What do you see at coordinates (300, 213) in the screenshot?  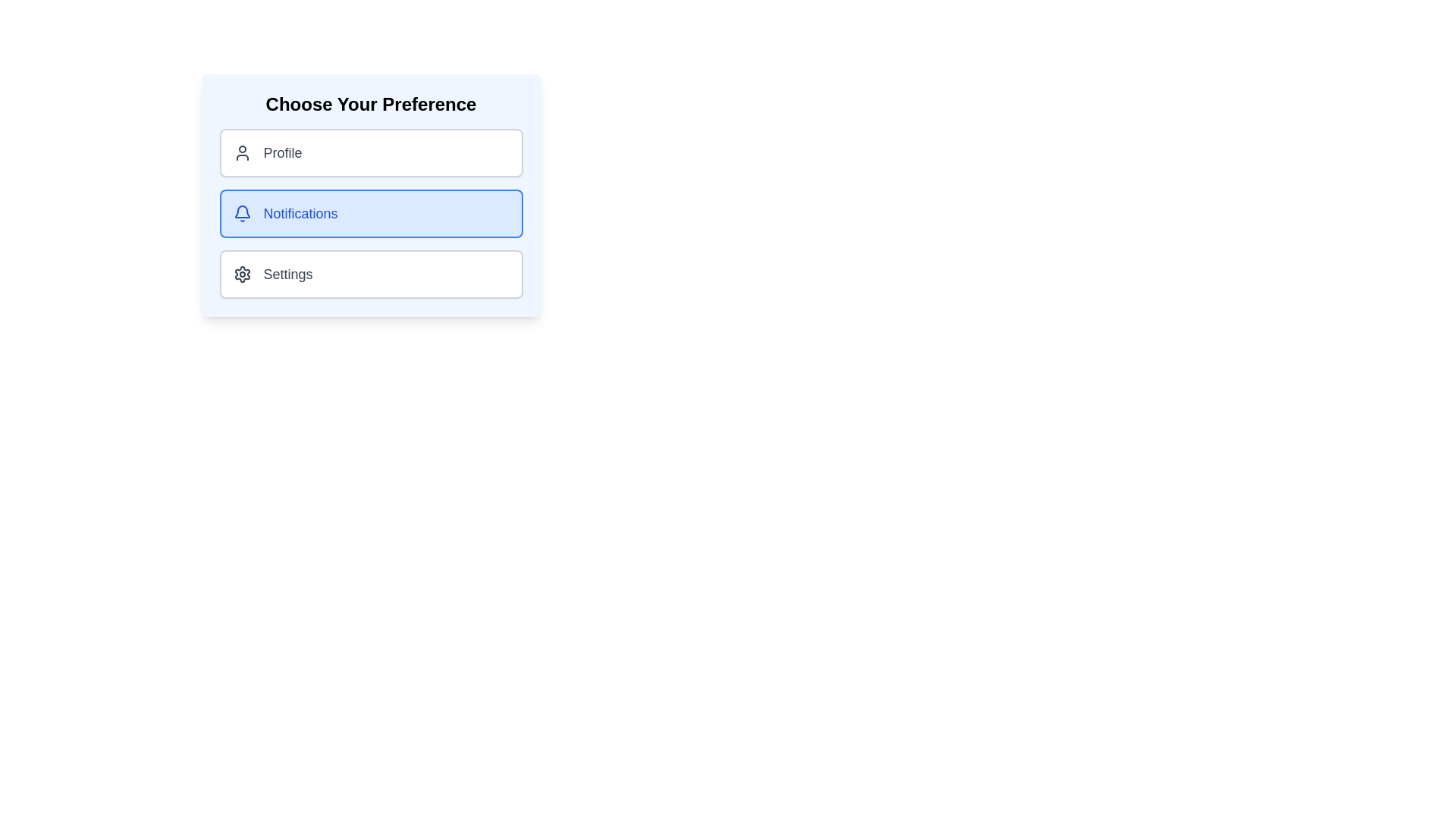 I see `the button associated with the 'Notifications' label` at bounding box center [300, 213].